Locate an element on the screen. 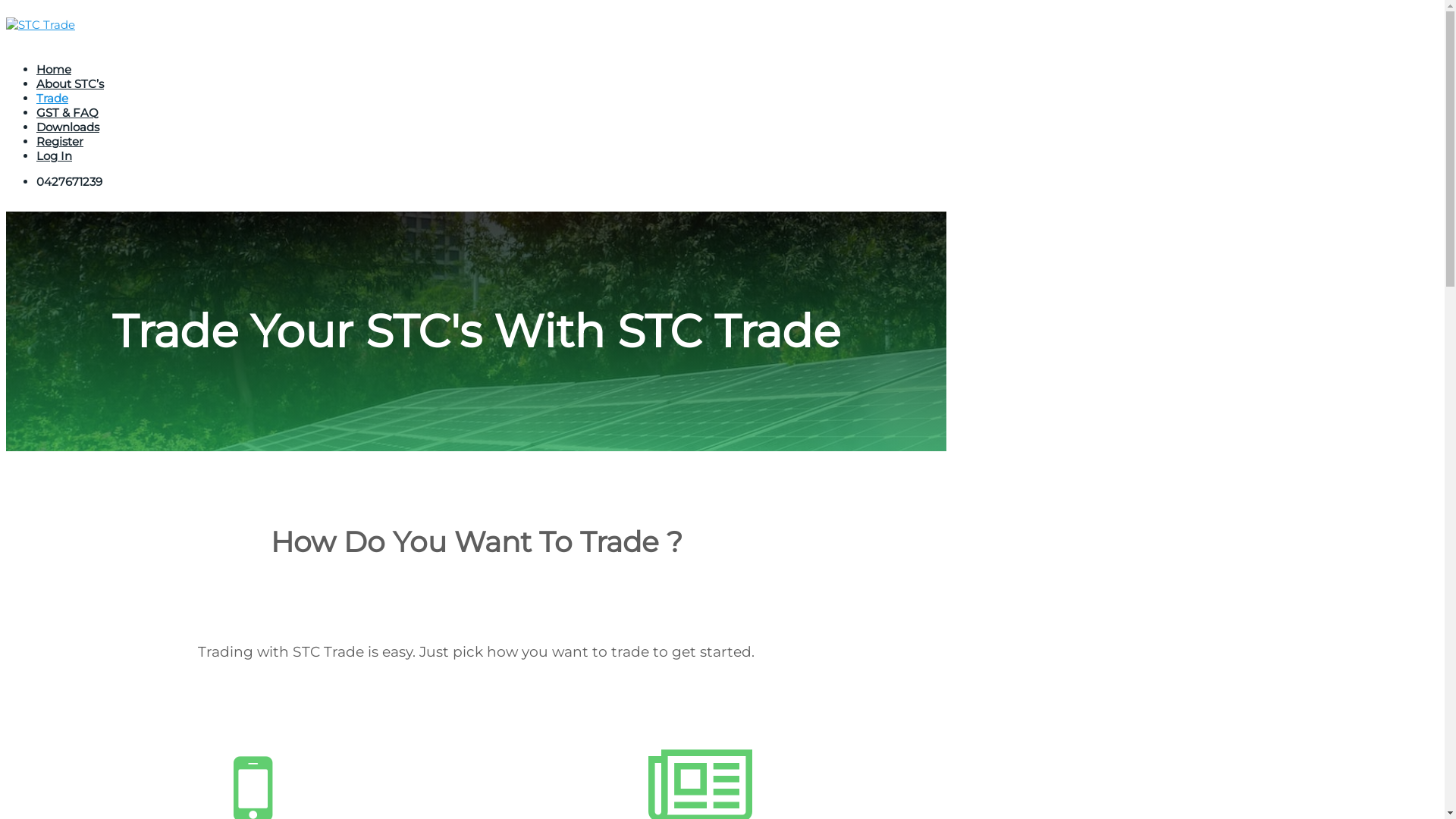  'GST & FAQ' is located at coordinates (67, 111).